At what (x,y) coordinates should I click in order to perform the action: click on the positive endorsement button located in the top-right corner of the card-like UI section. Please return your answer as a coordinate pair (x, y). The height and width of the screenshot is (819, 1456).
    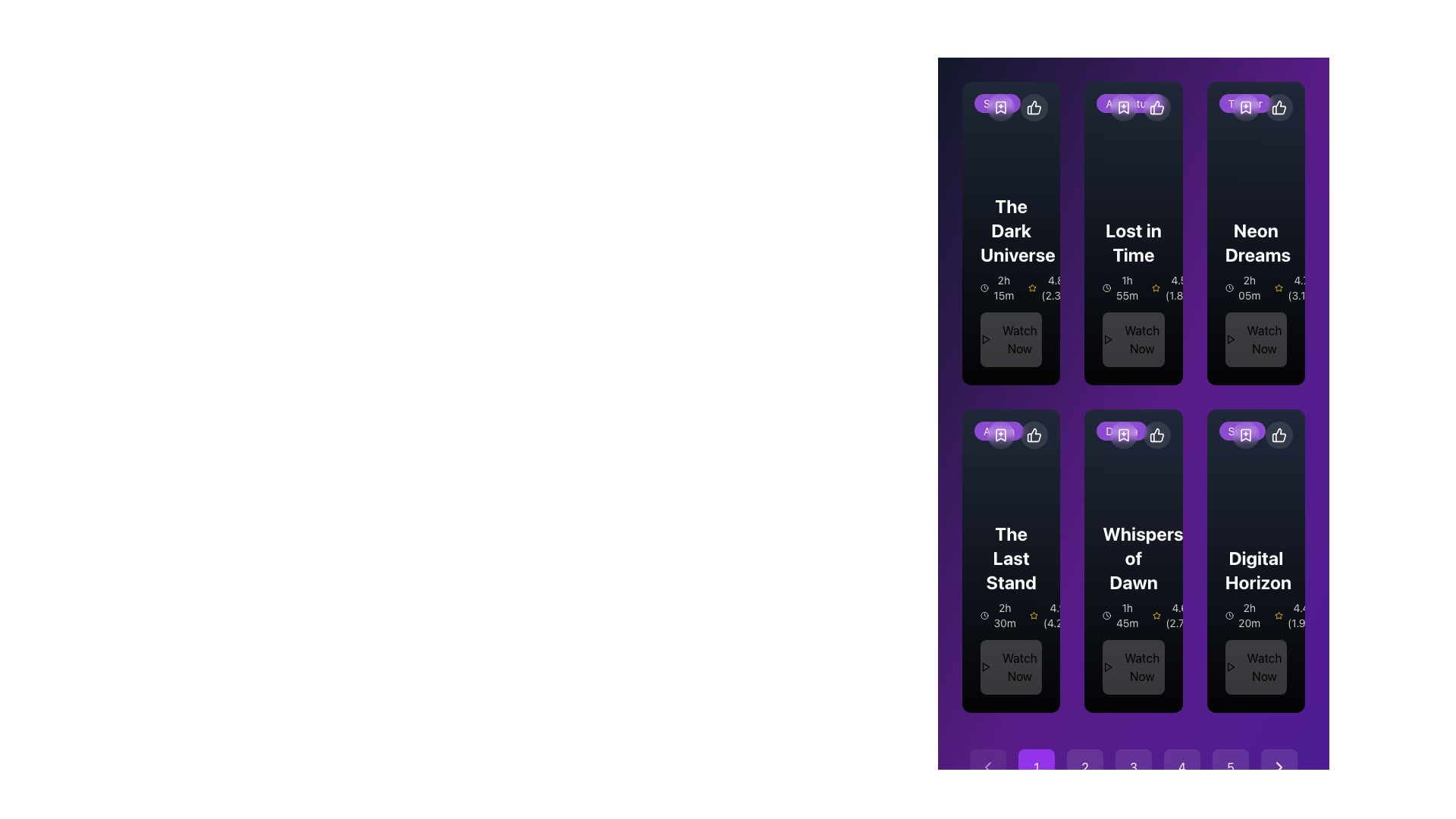
    Looking at the image, I should click on (1278, 435).